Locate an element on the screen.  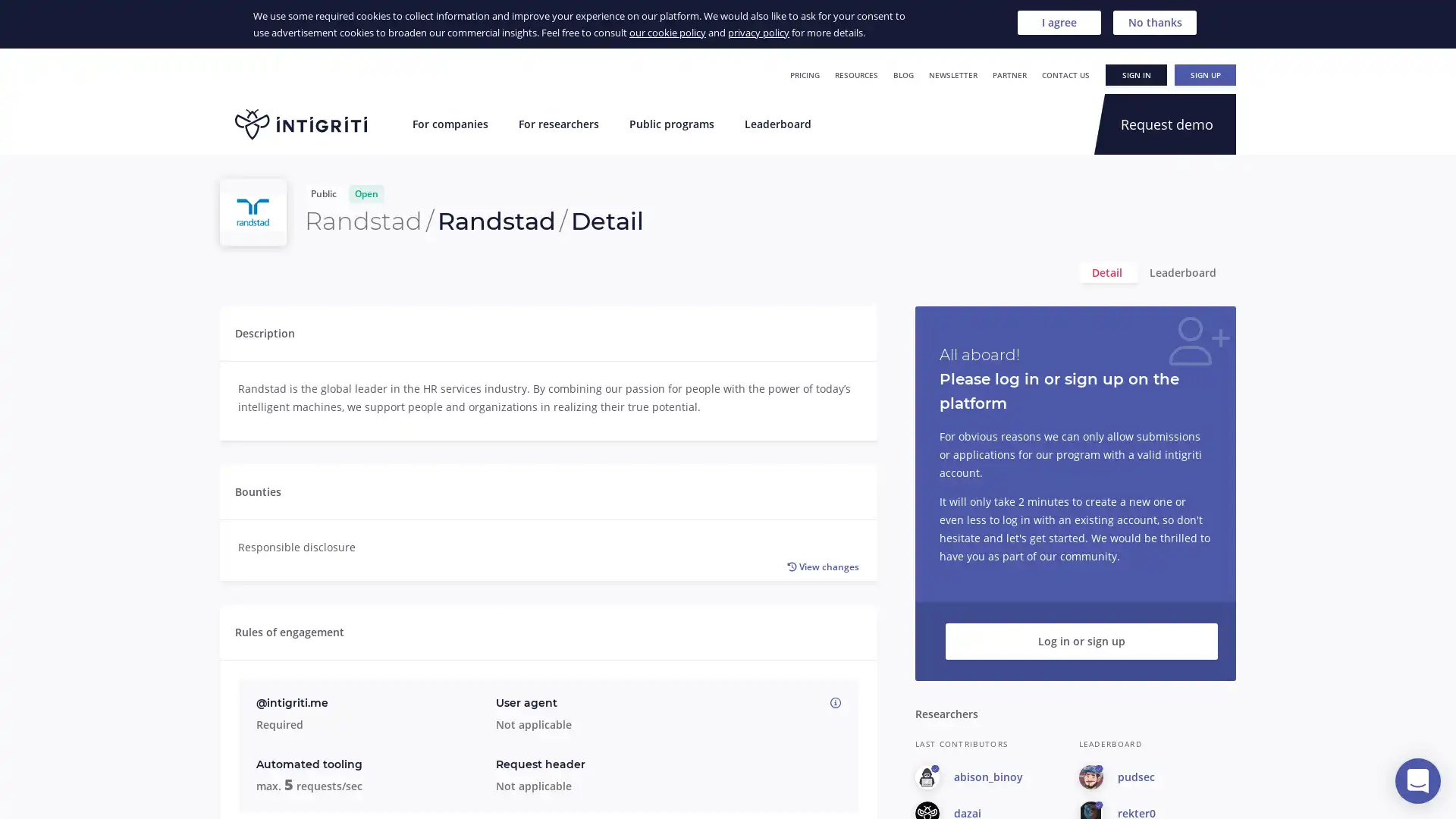
I agree is located at coordinates (1058, 23).